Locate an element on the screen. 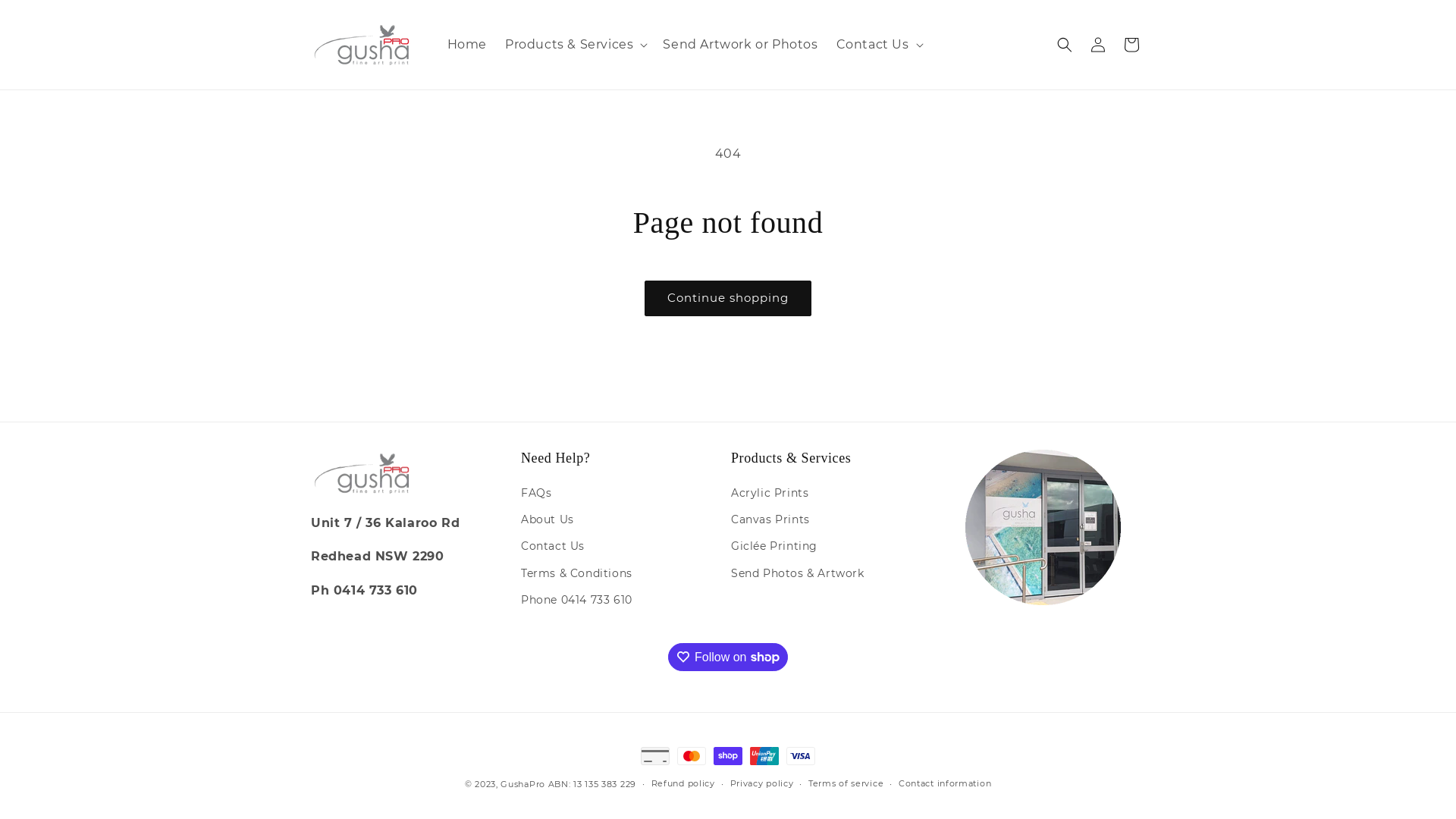  'Canvas Prints' is located at coordinates (770, 519).